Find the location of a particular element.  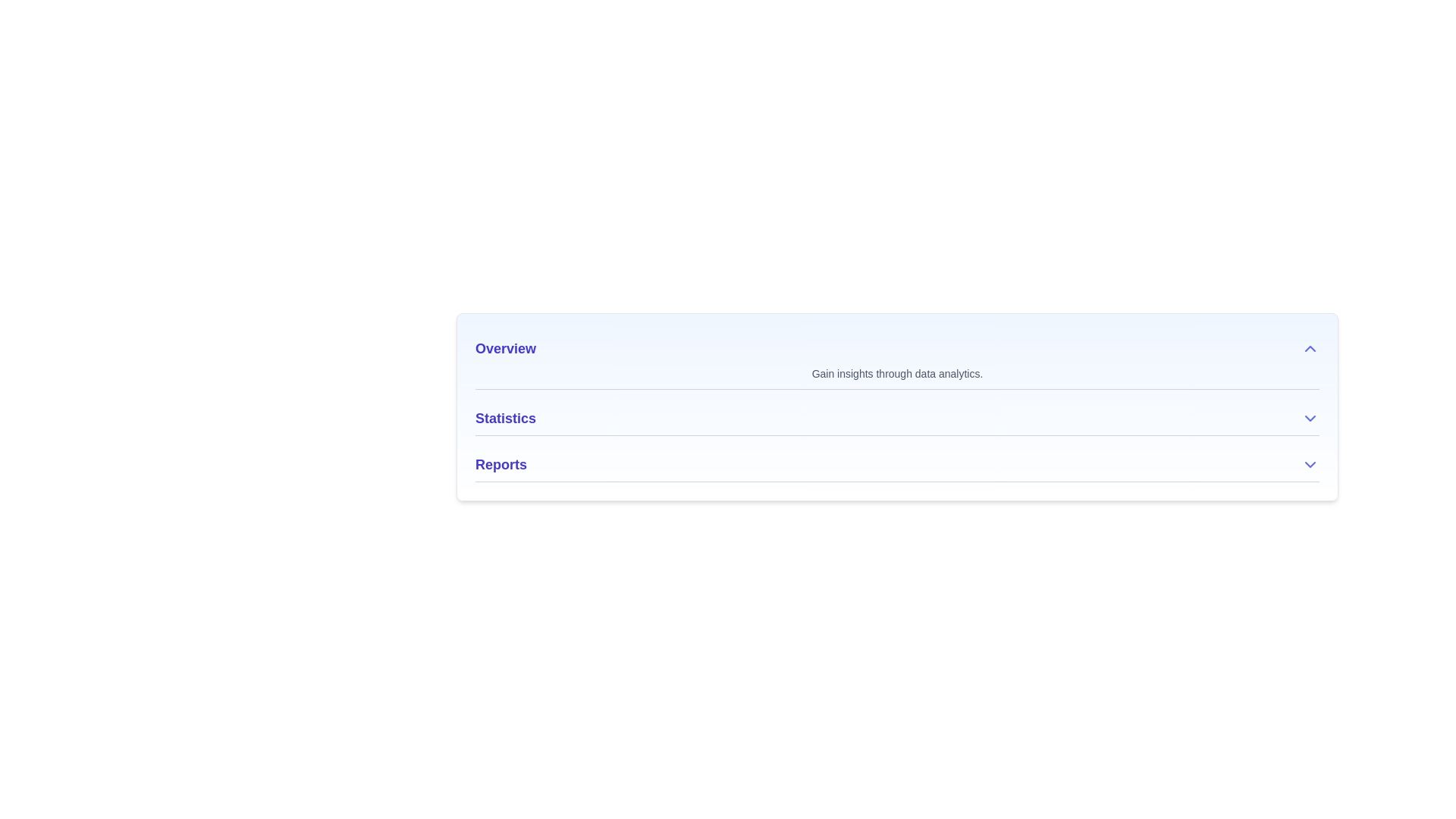

the 'Reports' text label is located at coordinates (501, 463).